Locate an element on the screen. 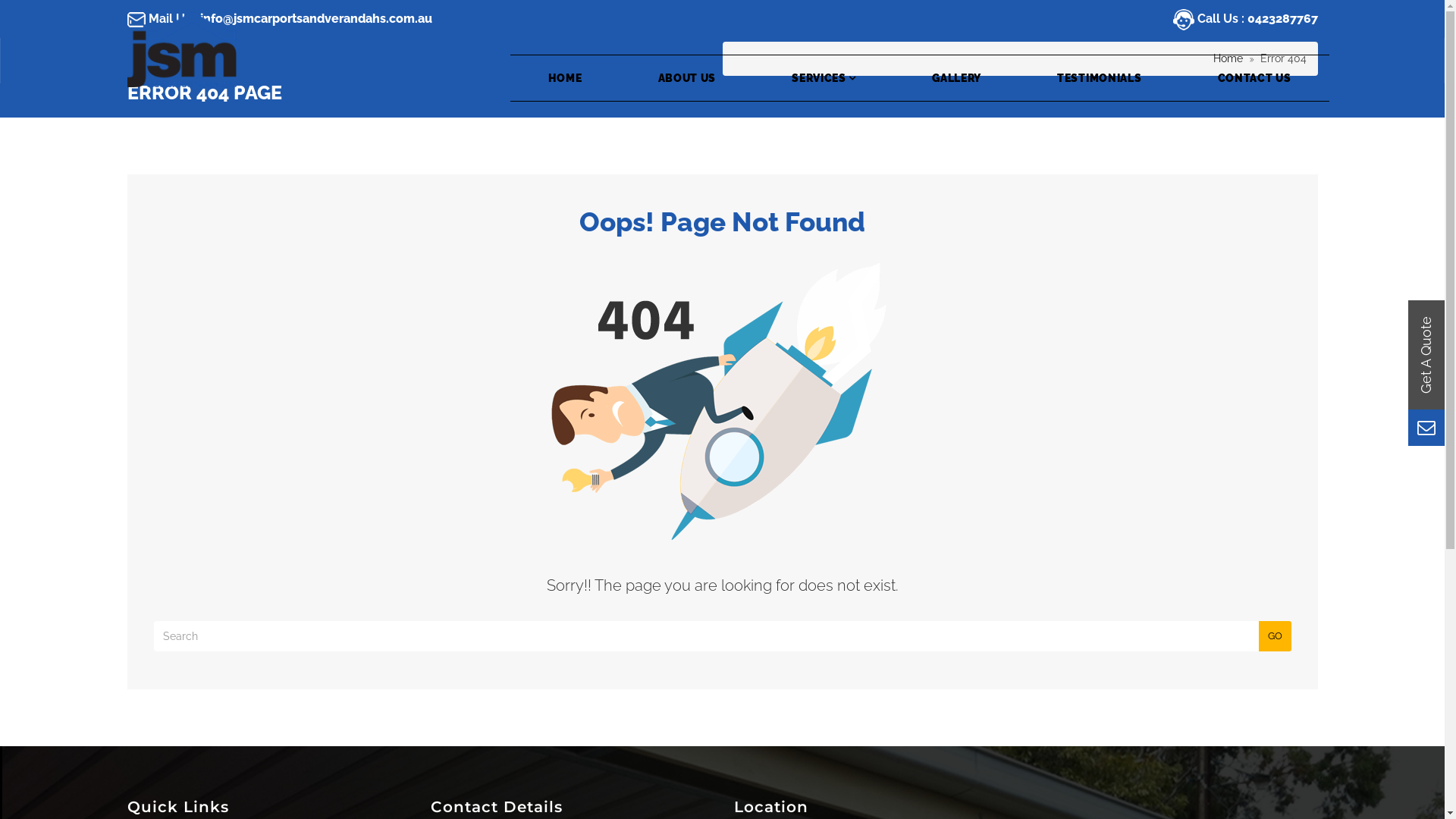 The image size is (1456, 819). 'GO' is located at coordinates (1274, 636).